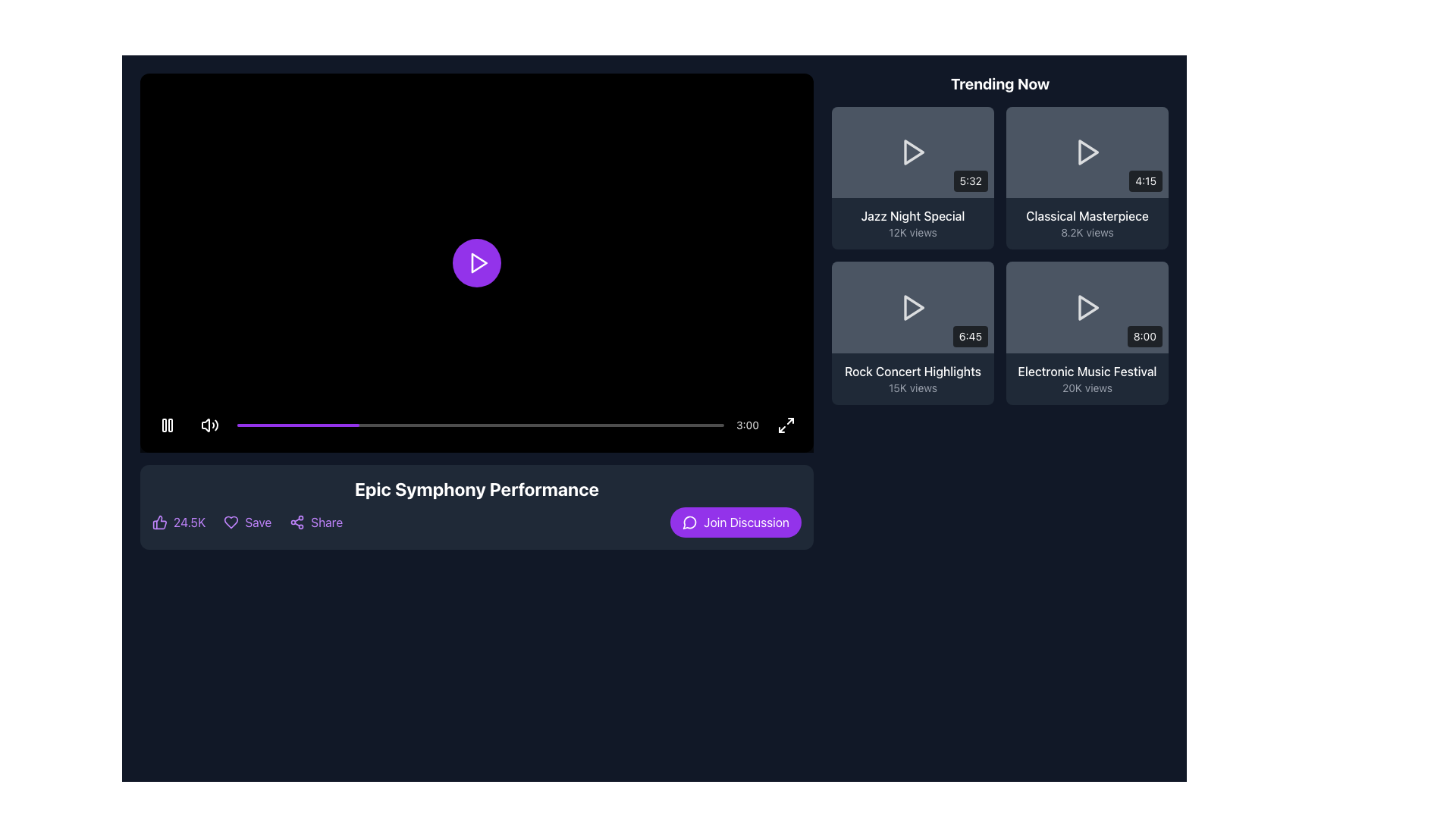  What do you see at coordinates (1087, 233) in the screenshot?
I see `the text label displaying the view count for the video titled 'Classical Masterpiece', located in the 'Trending Now' section beneath its title` at bounding box center [1087, 233].